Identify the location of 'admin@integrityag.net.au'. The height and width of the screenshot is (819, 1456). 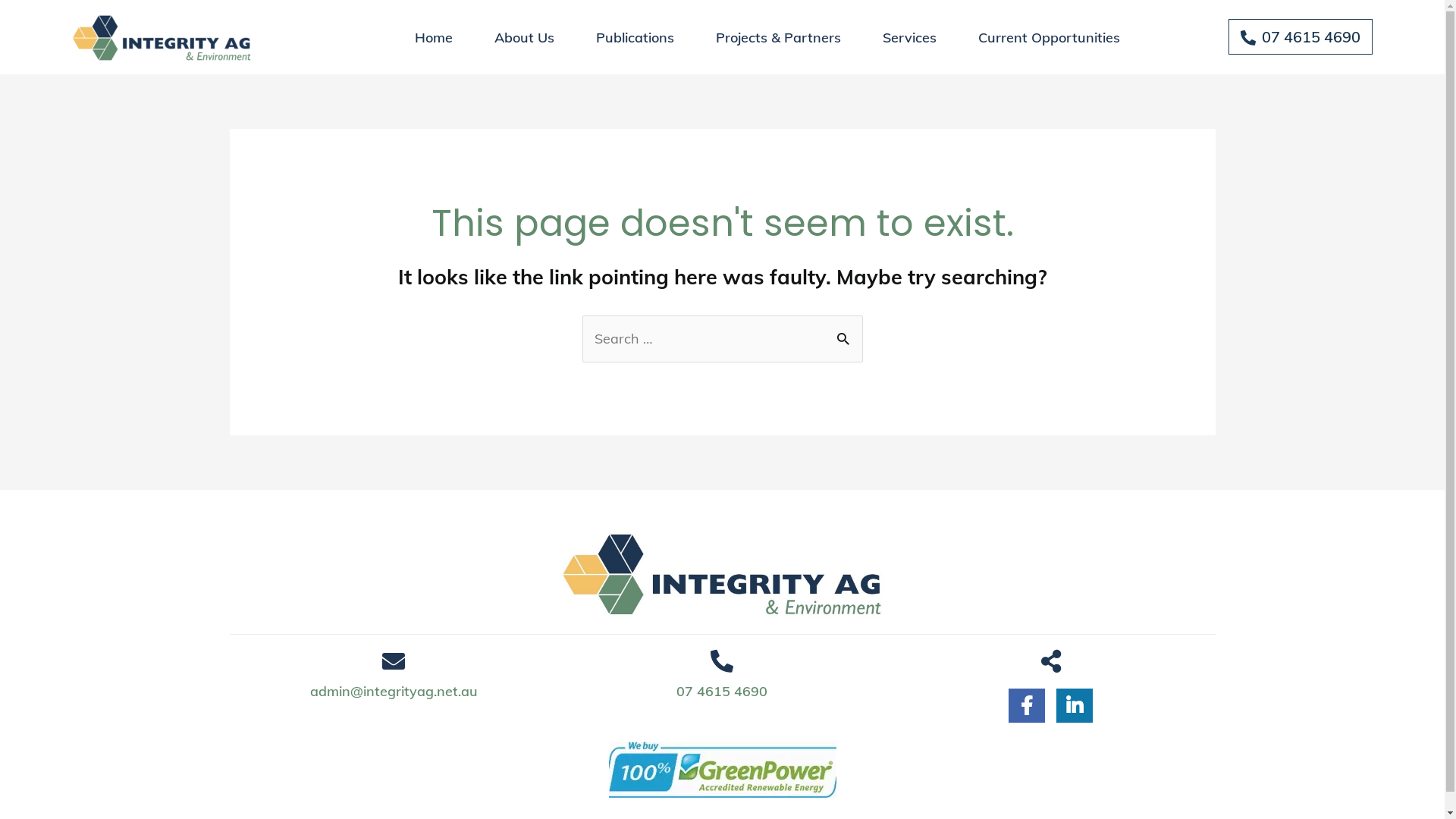
(394, 692).